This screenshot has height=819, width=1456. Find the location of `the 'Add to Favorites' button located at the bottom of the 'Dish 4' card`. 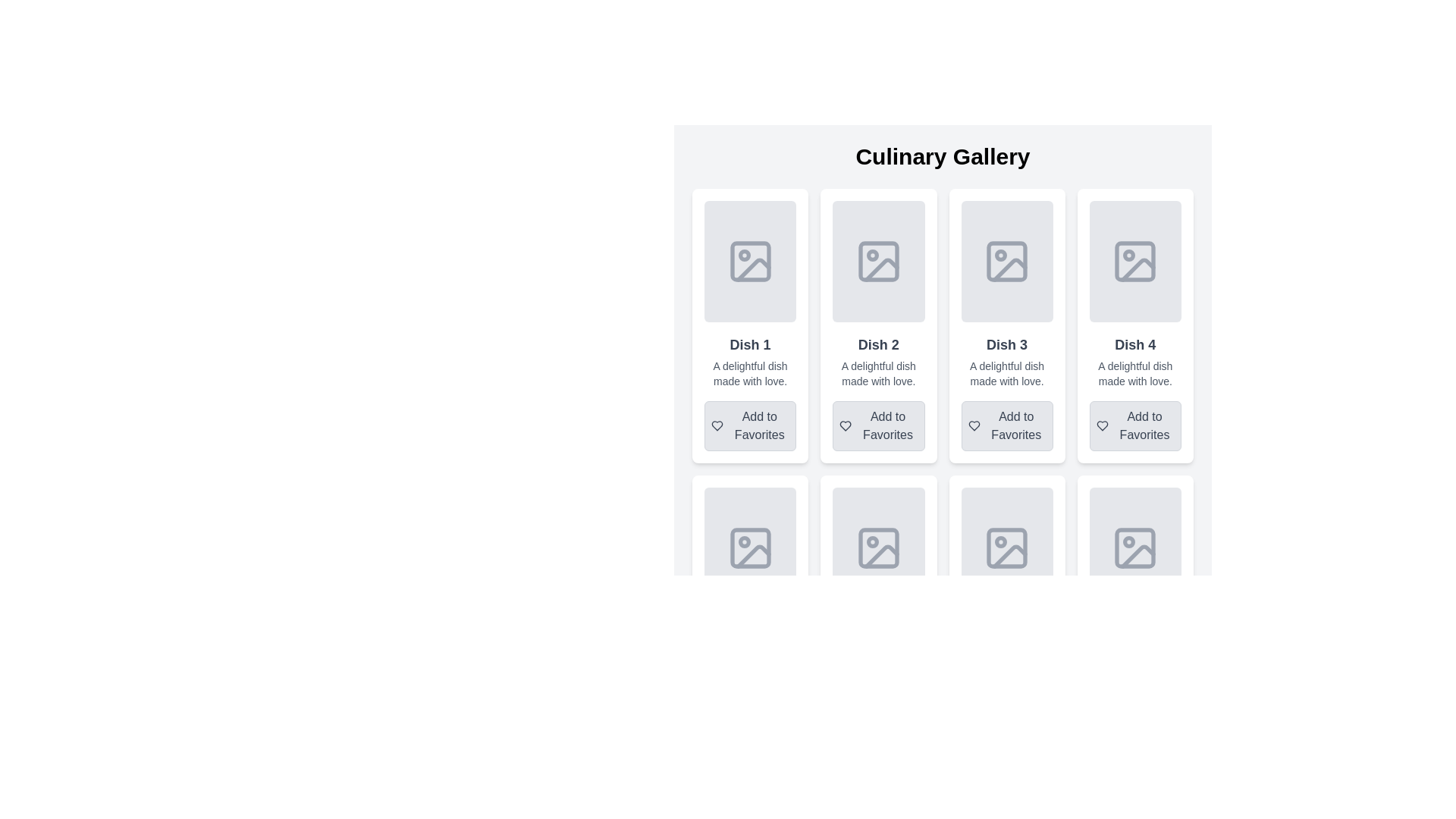

the 'Add to Favorites' button located at the bottom of the 'Dish 4' card is located at coordinates (1135, 426).